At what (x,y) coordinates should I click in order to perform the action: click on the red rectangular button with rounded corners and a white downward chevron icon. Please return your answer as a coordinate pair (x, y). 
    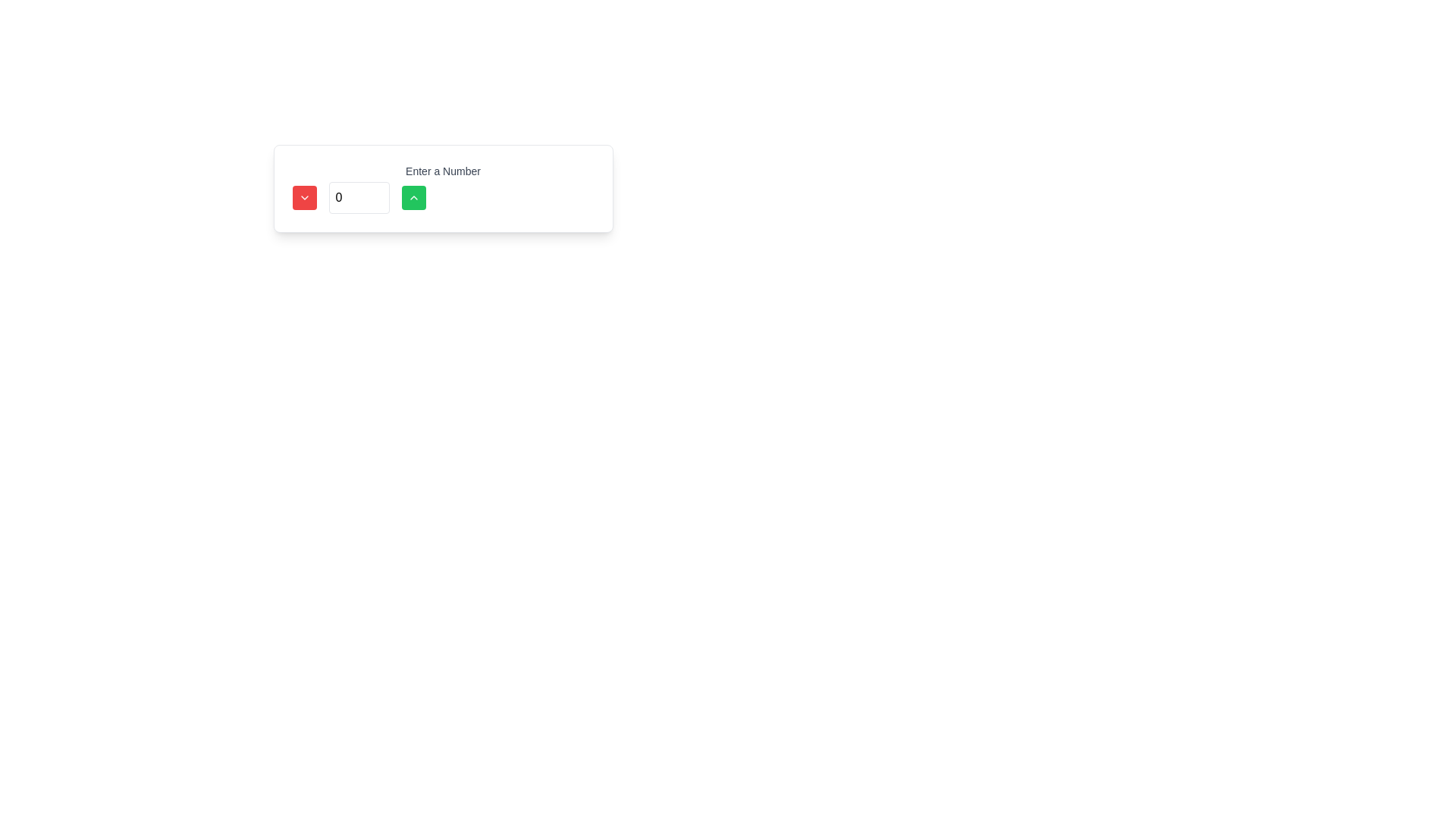
    Looking at the image, I should click on (303, 197).